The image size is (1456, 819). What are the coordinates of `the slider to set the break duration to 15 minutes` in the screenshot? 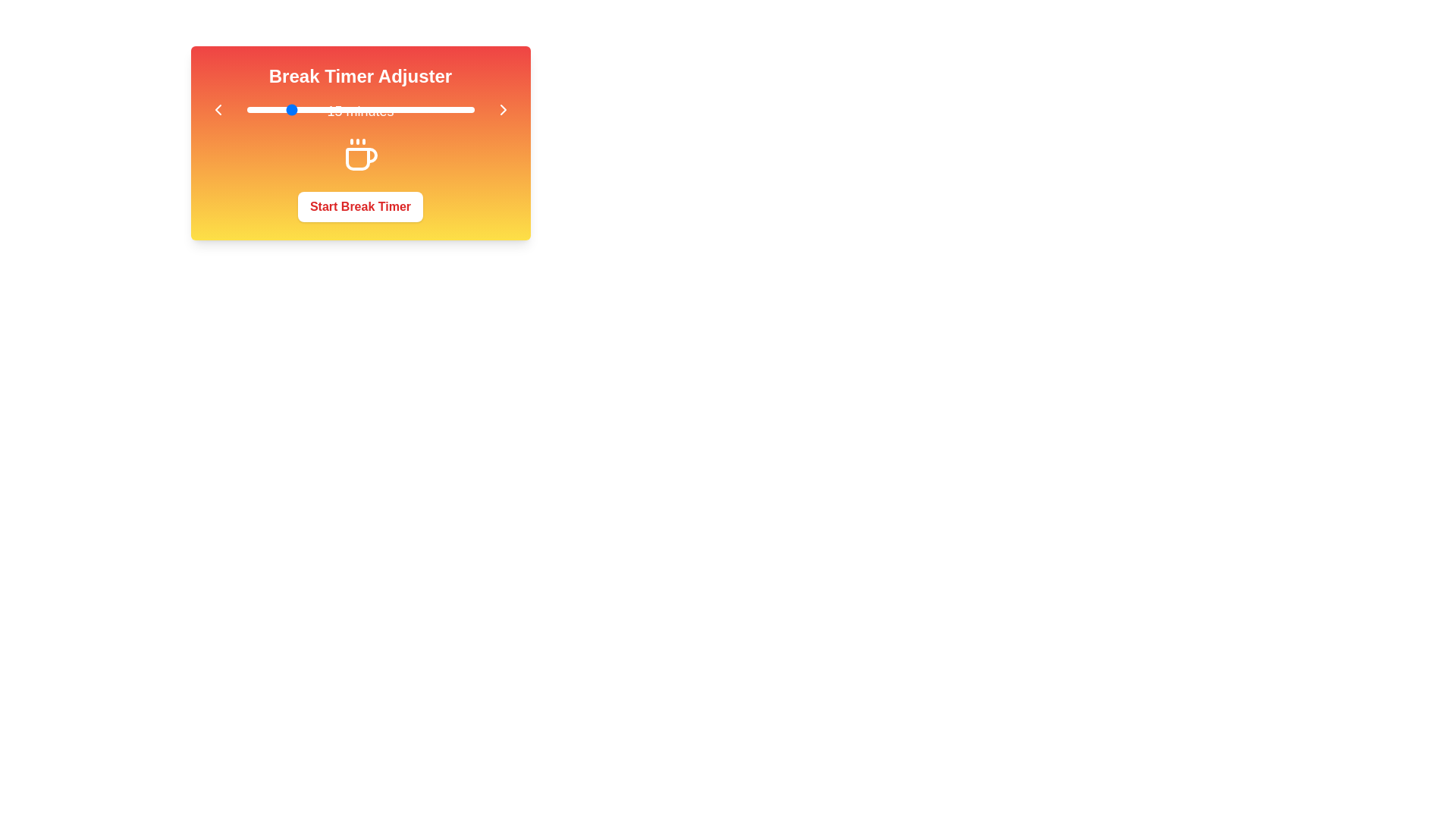 It's located at (287, 109).